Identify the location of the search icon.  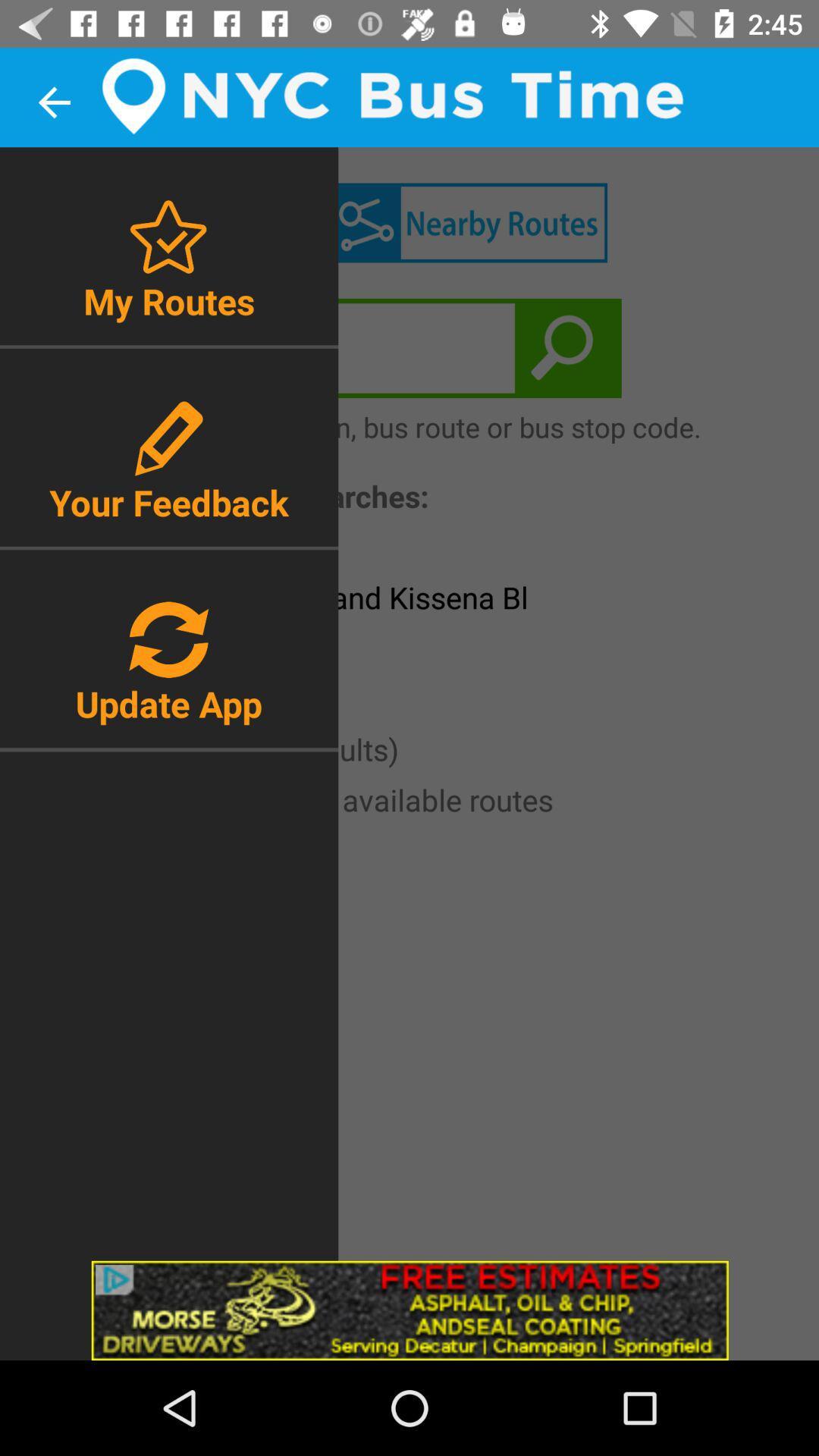
(568, 347).